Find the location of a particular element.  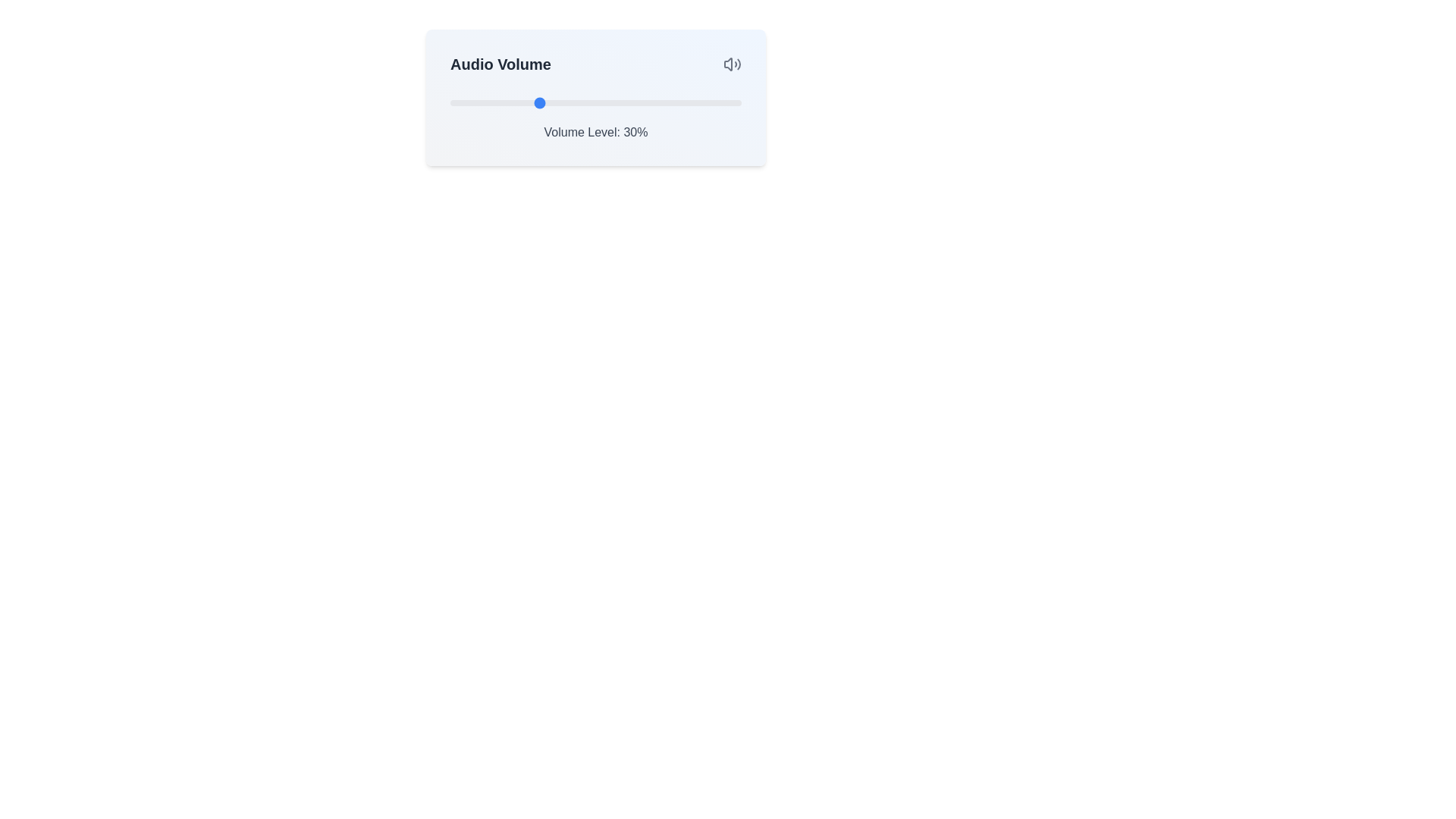

audio volume is located at coordinates (700, 102).